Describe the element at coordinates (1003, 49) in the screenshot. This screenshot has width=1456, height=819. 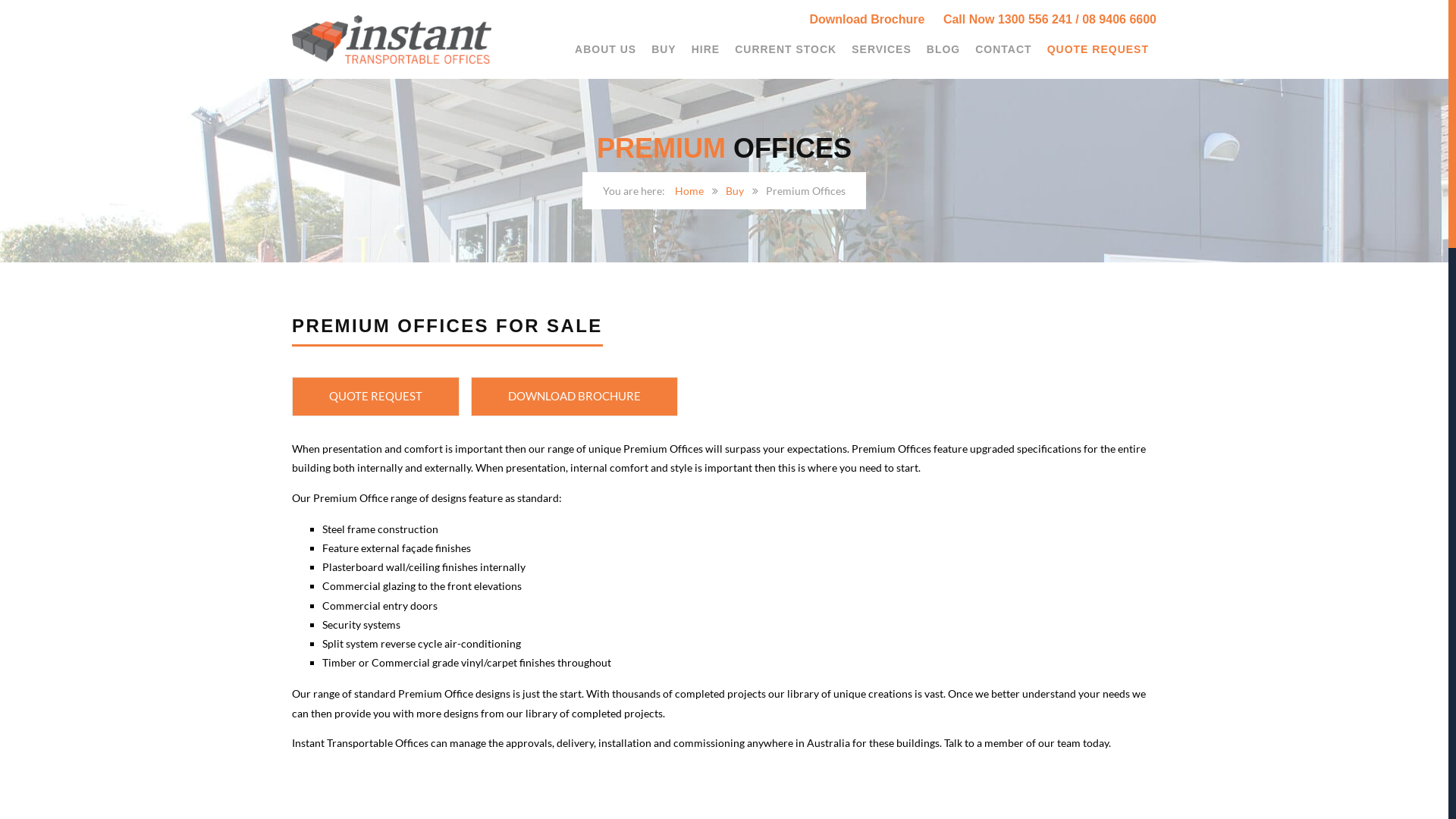
I see `'CONTACT'` at that location.